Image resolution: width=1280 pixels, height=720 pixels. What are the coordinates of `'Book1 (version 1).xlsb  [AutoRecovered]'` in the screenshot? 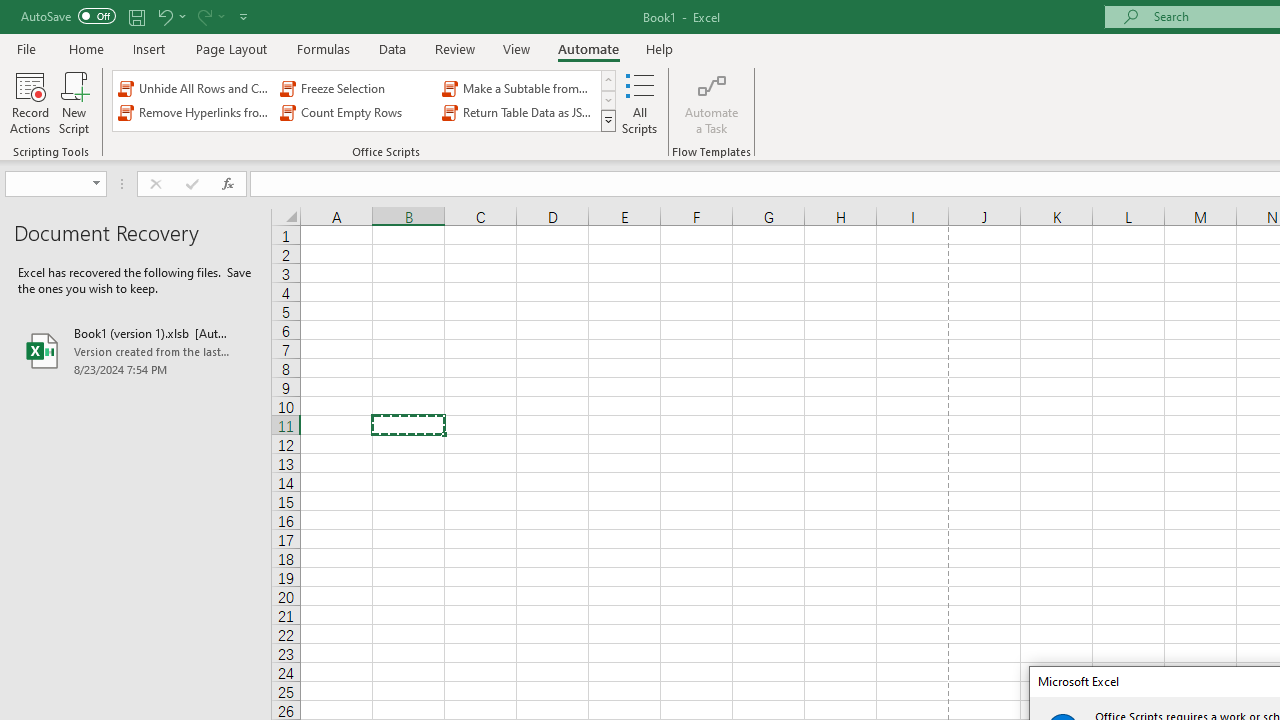 It's located at (135, 350).